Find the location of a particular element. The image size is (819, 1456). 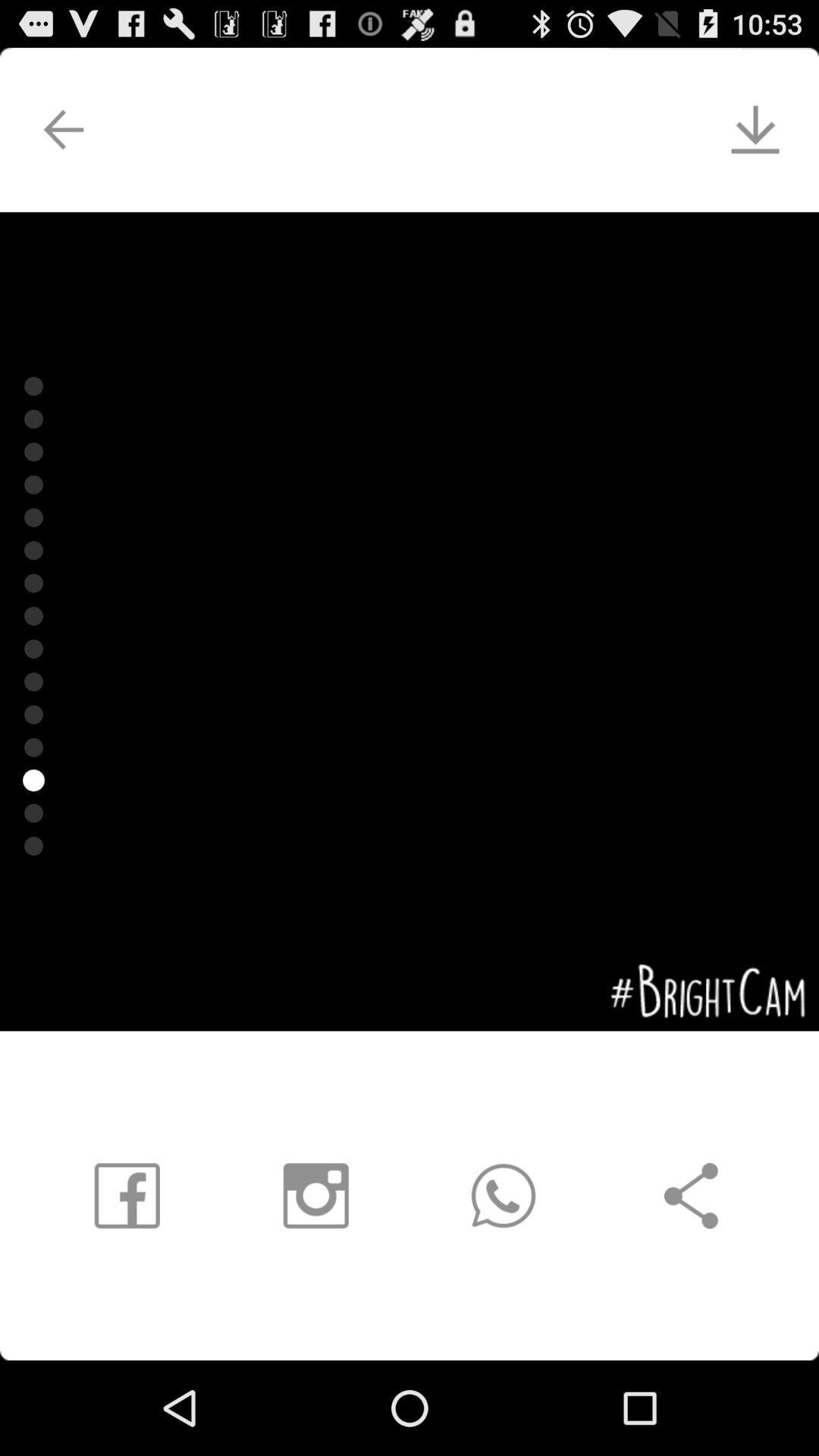

the photo icon is located at coordinates (308, 1279).